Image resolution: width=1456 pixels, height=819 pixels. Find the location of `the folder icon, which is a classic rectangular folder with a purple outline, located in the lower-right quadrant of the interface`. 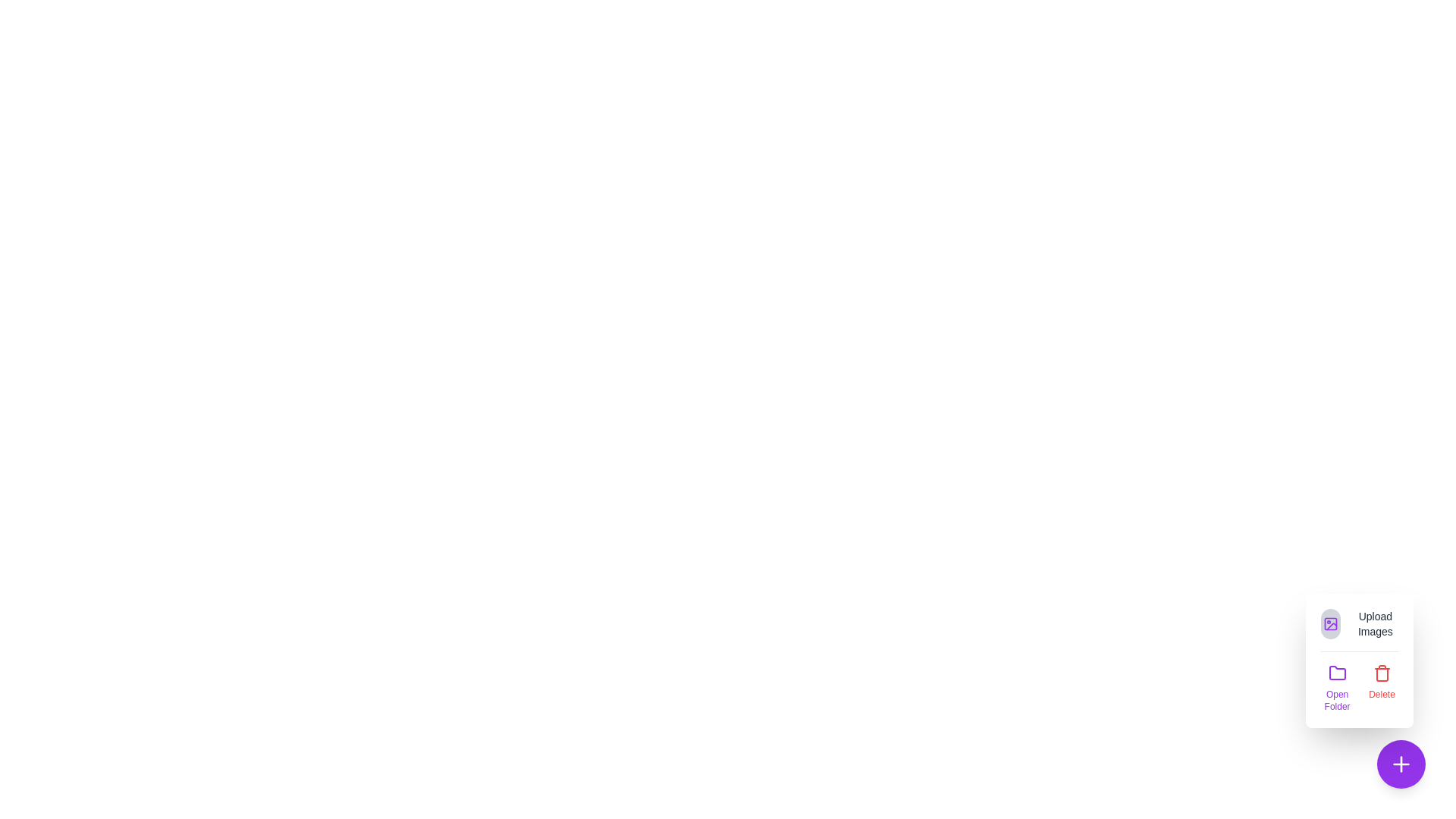

the folder icon, which is a classic rectangular folder with a purple outline, located in the lower-right quadrant of the interface is located at coordinates (1337, 672).